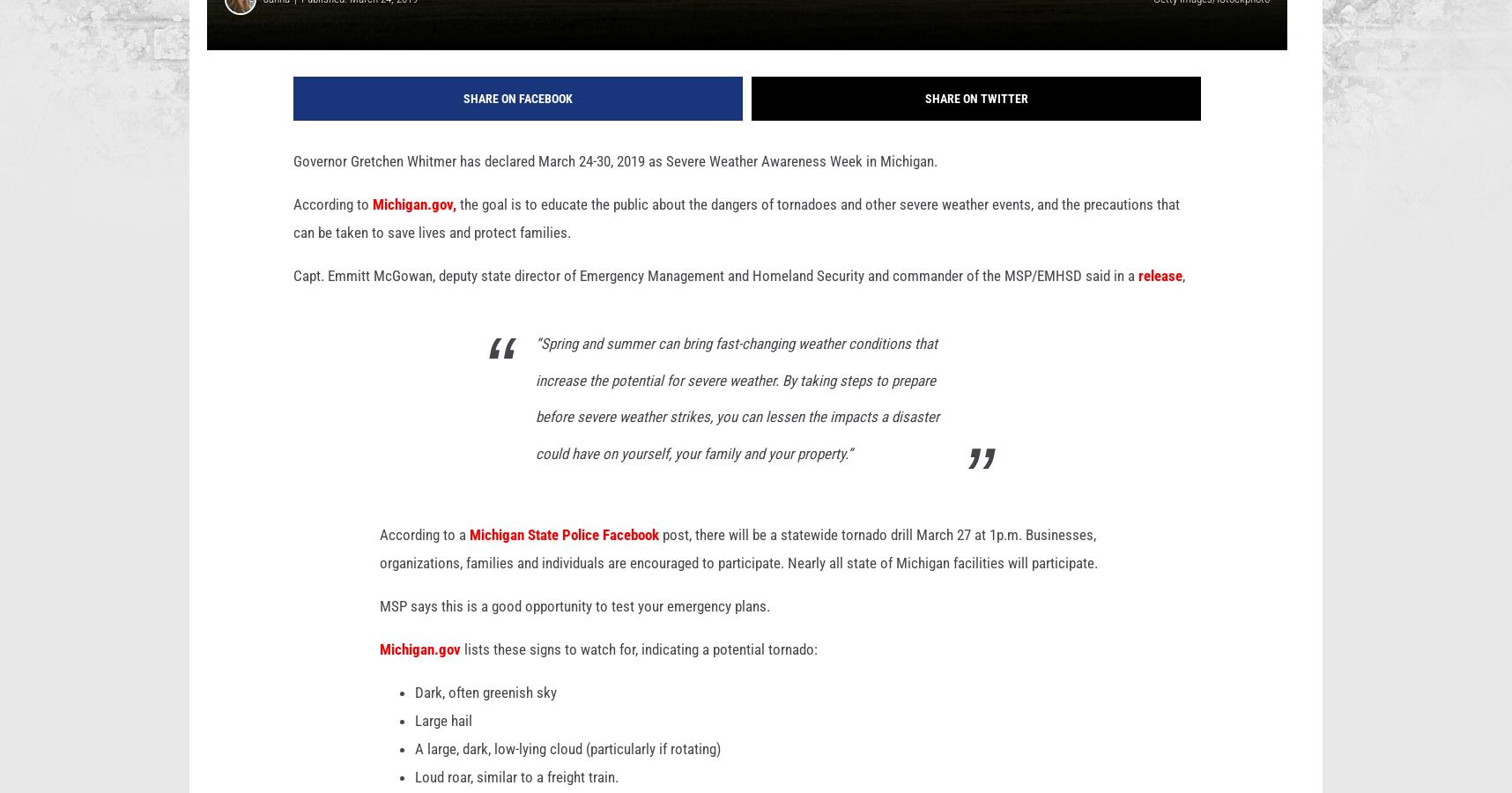 This screenshot has height=793, width=1512. Describe the element at coordinates (424, 562) in the screenshot. I see `'According to a'` at that location.